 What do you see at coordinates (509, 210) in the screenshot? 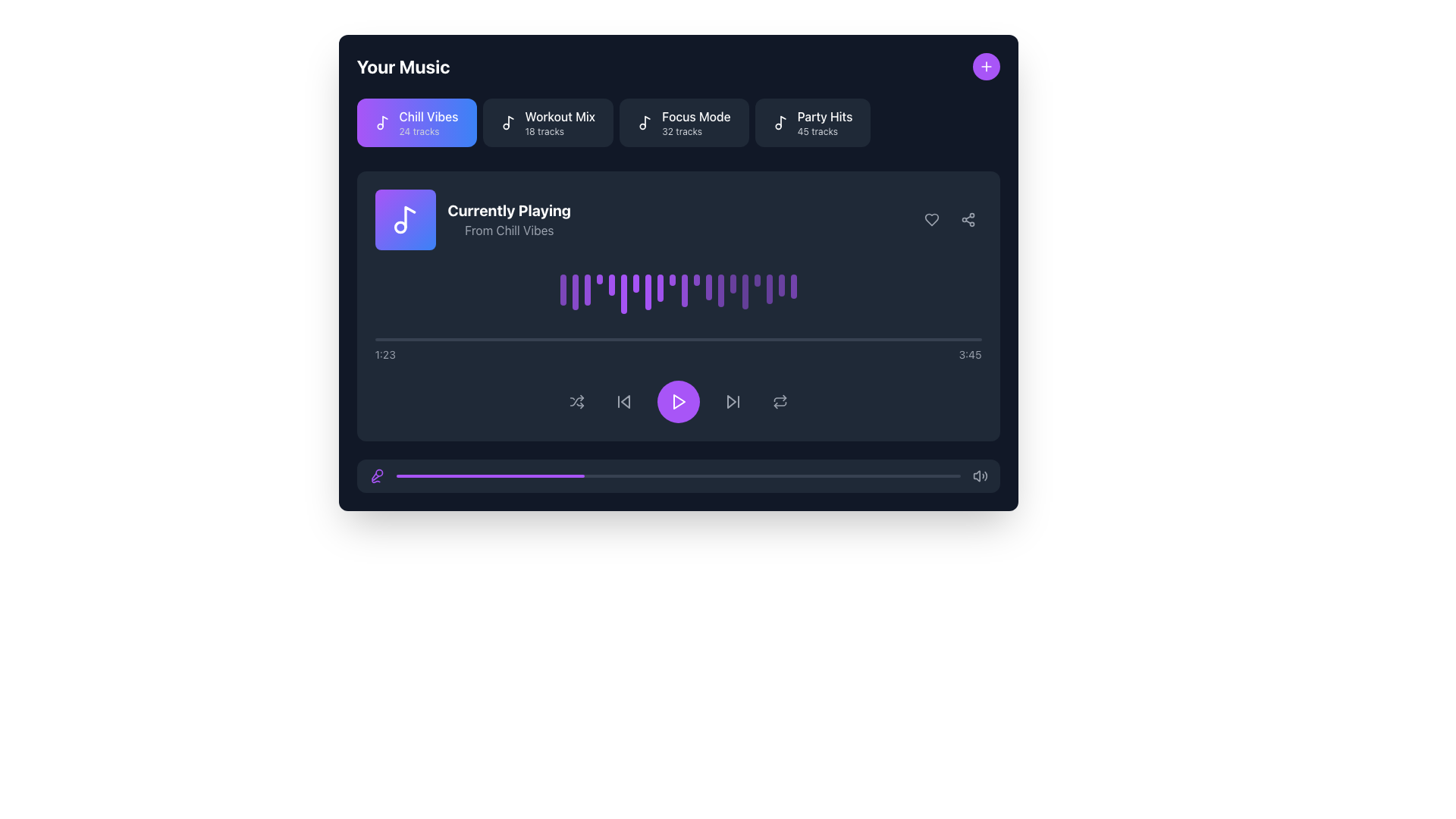
I see `text of the Label indicating the currently playing track, which is centrally located above the 'From Chill Vibes' label` at bounding box center [509, 210].